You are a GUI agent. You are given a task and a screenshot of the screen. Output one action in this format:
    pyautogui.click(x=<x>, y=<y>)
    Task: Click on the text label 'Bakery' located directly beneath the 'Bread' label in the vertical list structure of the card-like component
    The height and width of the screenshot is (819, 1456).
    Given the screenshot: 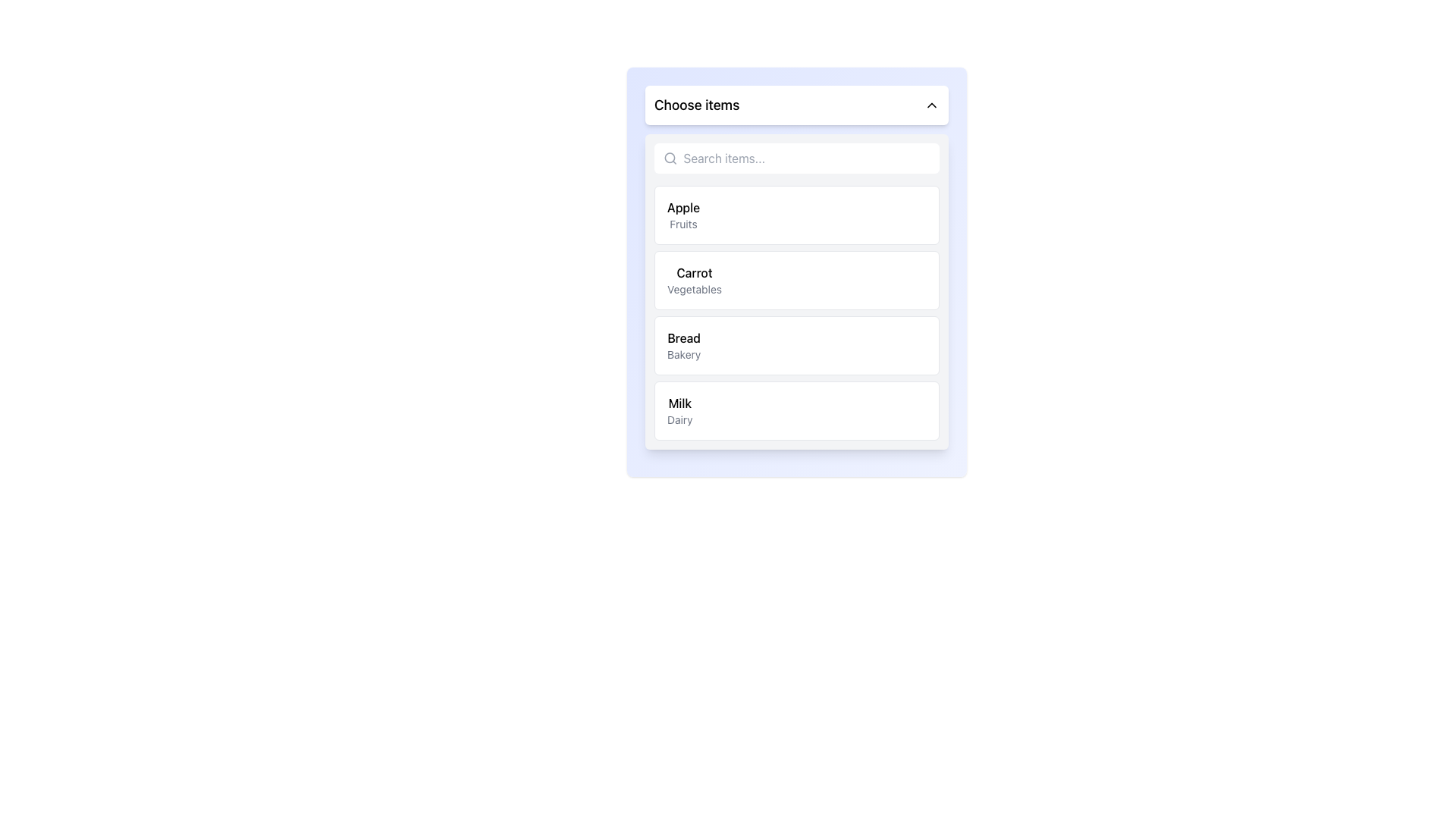 What is the action you would take?
    pyautogui.click(x=683, y=354)
    